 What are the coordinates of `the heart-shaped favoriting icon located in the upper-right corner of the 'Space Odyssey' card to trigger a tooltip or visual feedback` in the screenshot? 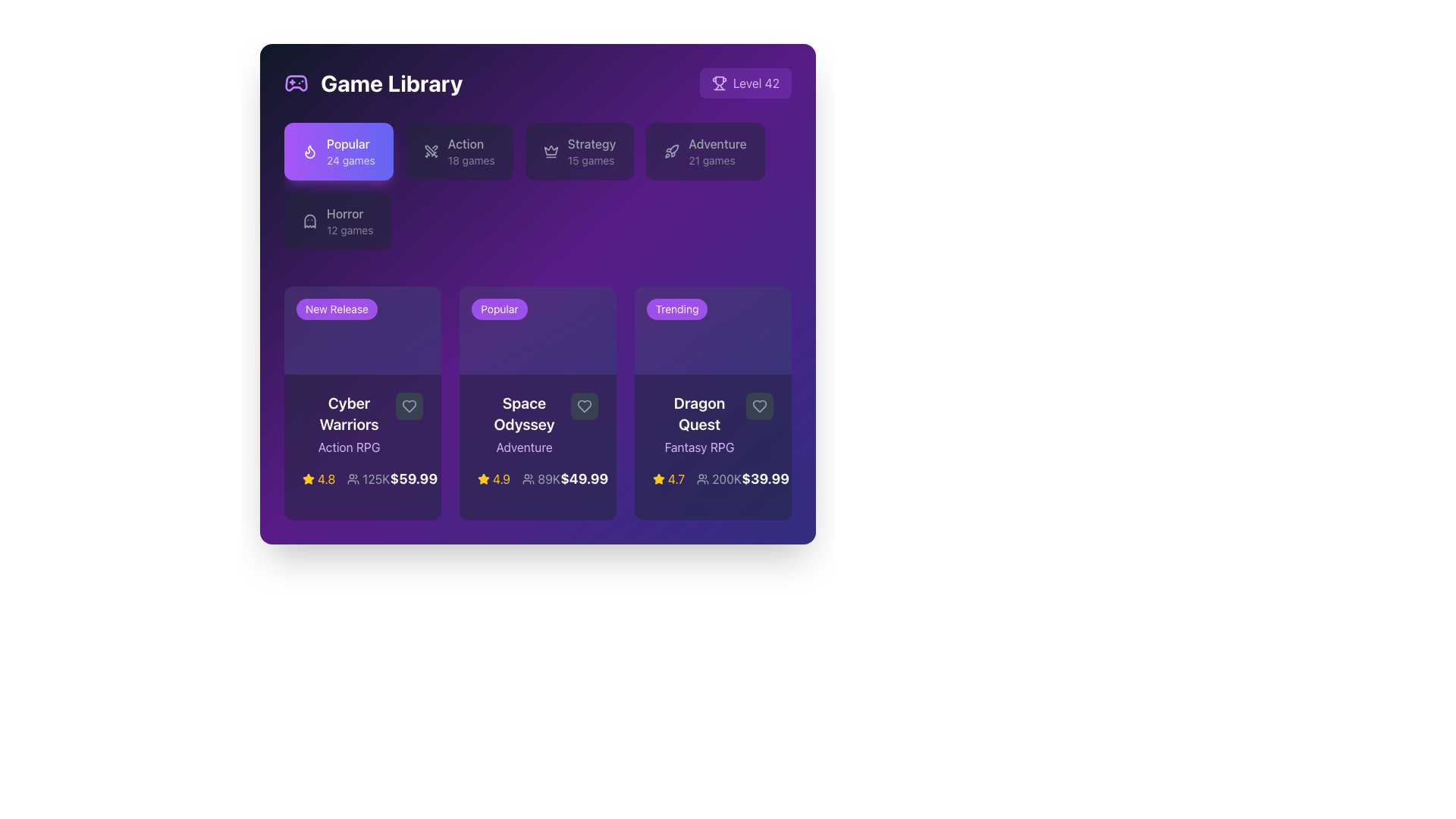 It's located at (584, 406).